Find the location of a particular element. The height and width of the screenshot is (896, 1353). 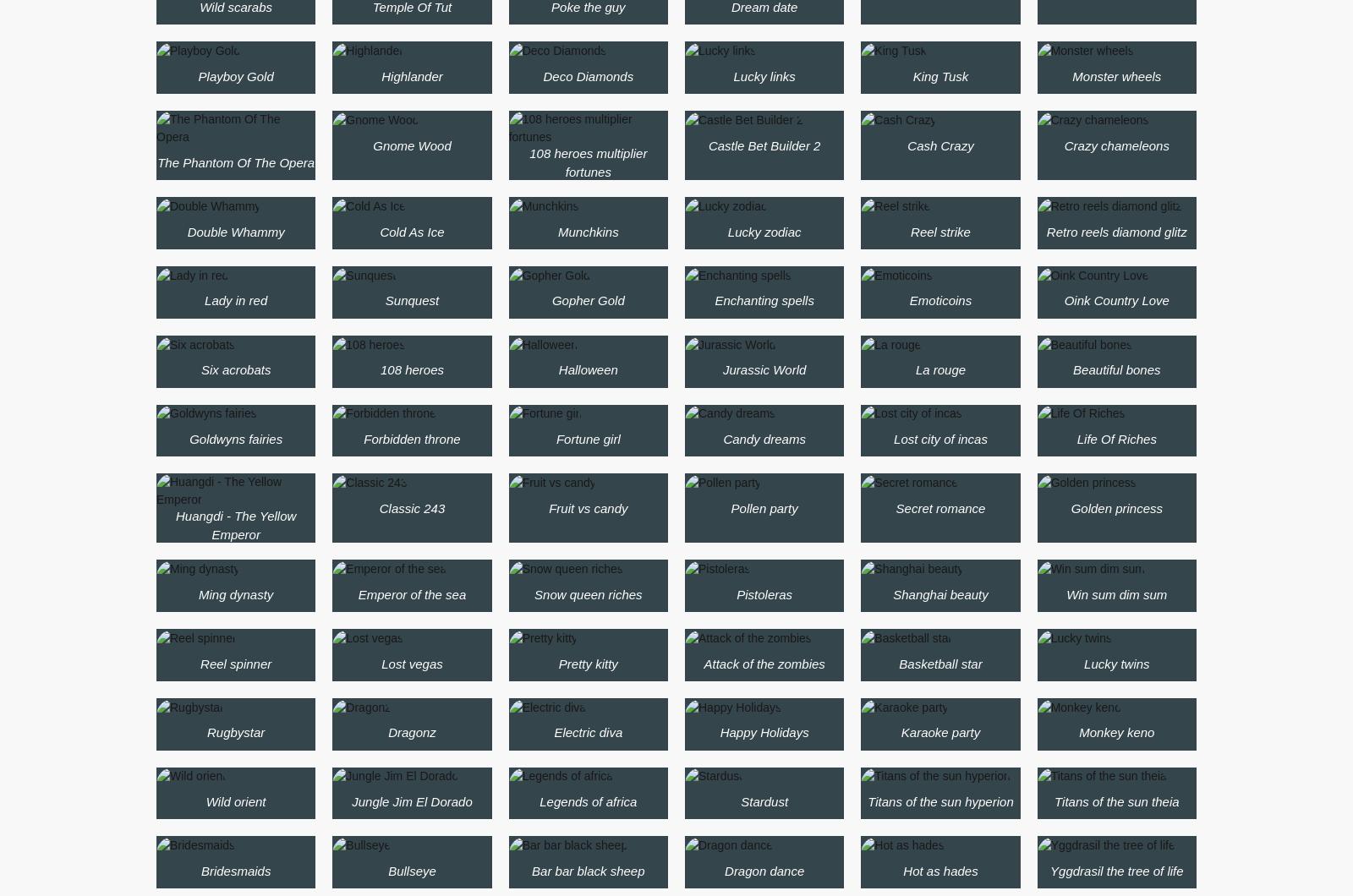

'5 reel drive' is located at coordinates (204, 94).